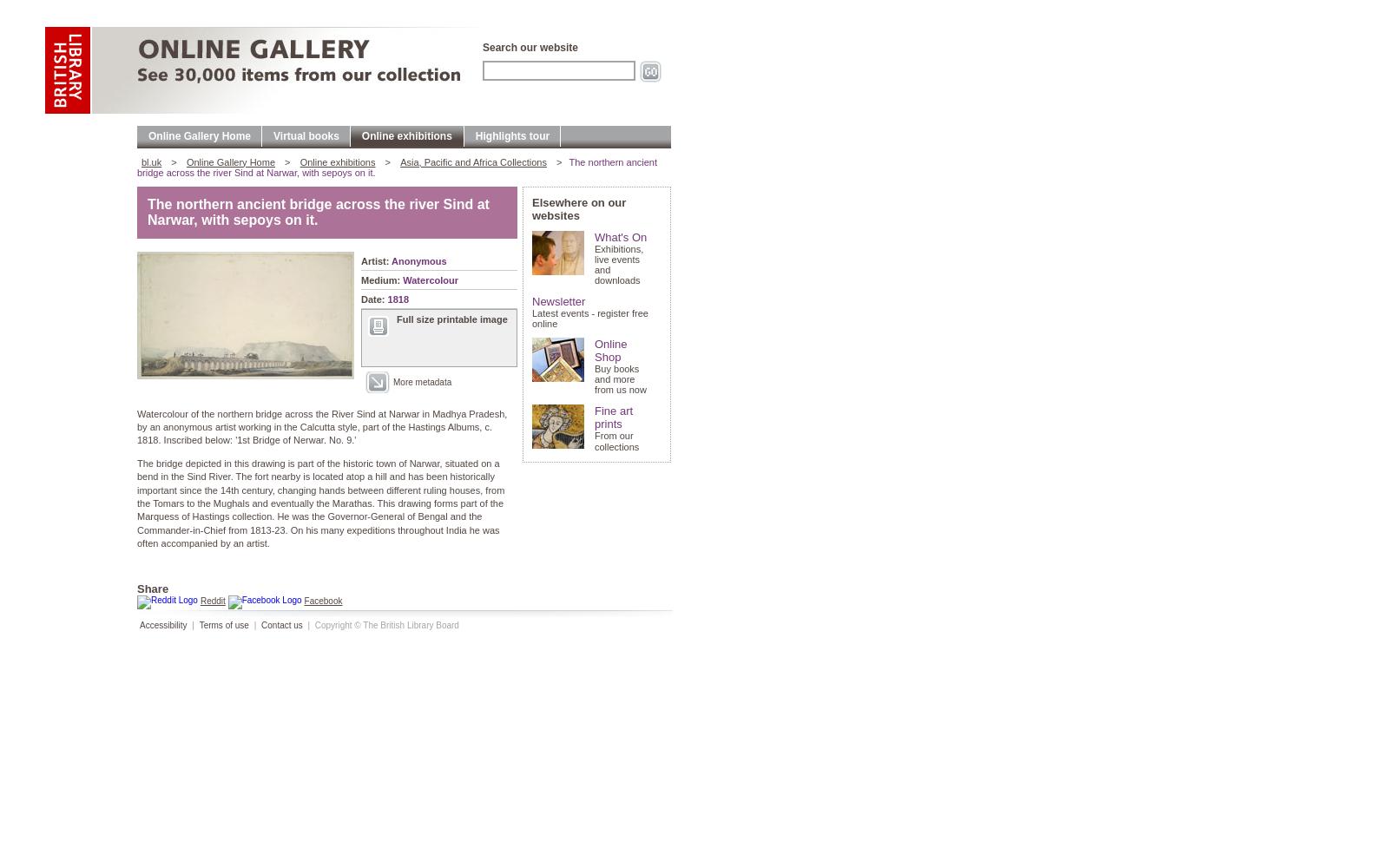 This screenshot has width=1389, height=868. I want to click on 'Artist:', so click(375, 260).